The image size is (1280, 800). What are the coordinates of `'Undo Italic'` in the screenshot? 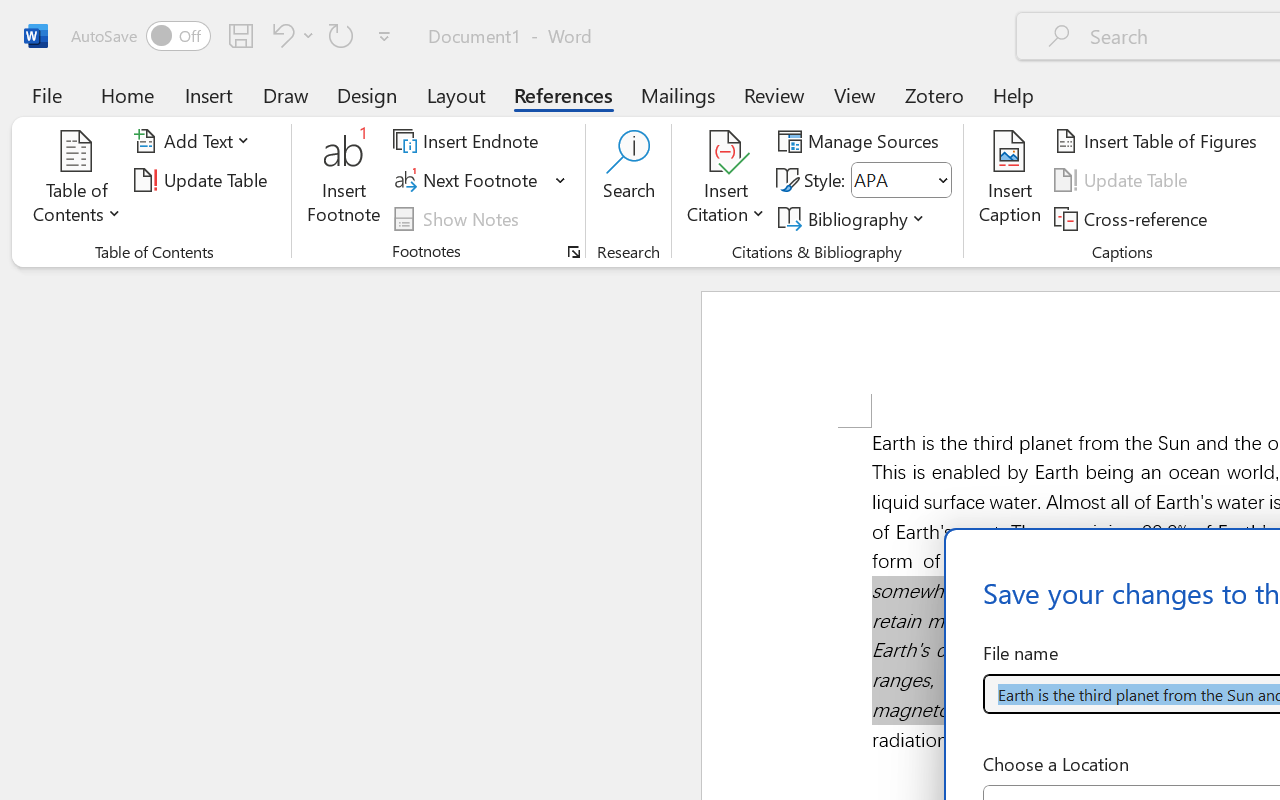 It's located at (279, 34).